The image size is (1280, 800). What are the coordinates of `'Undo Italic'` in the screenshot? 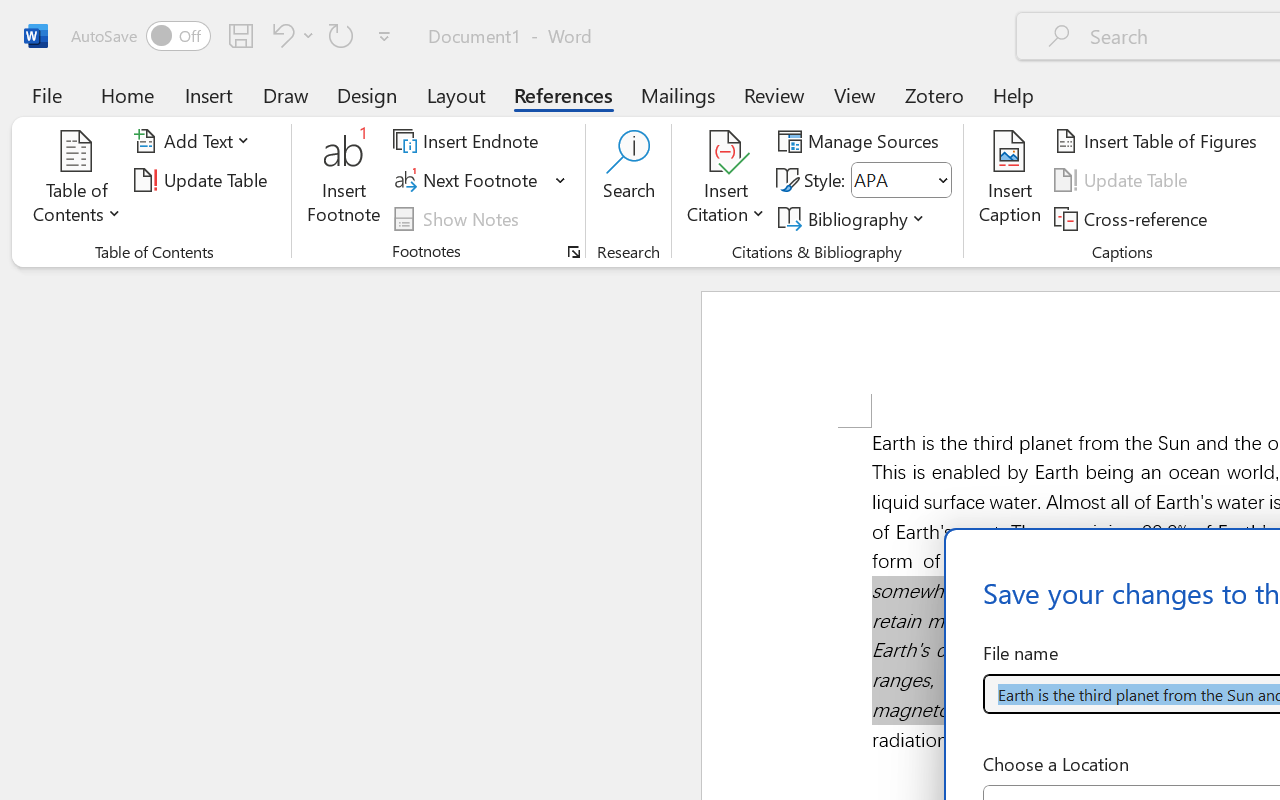 It's located at (279, 34).